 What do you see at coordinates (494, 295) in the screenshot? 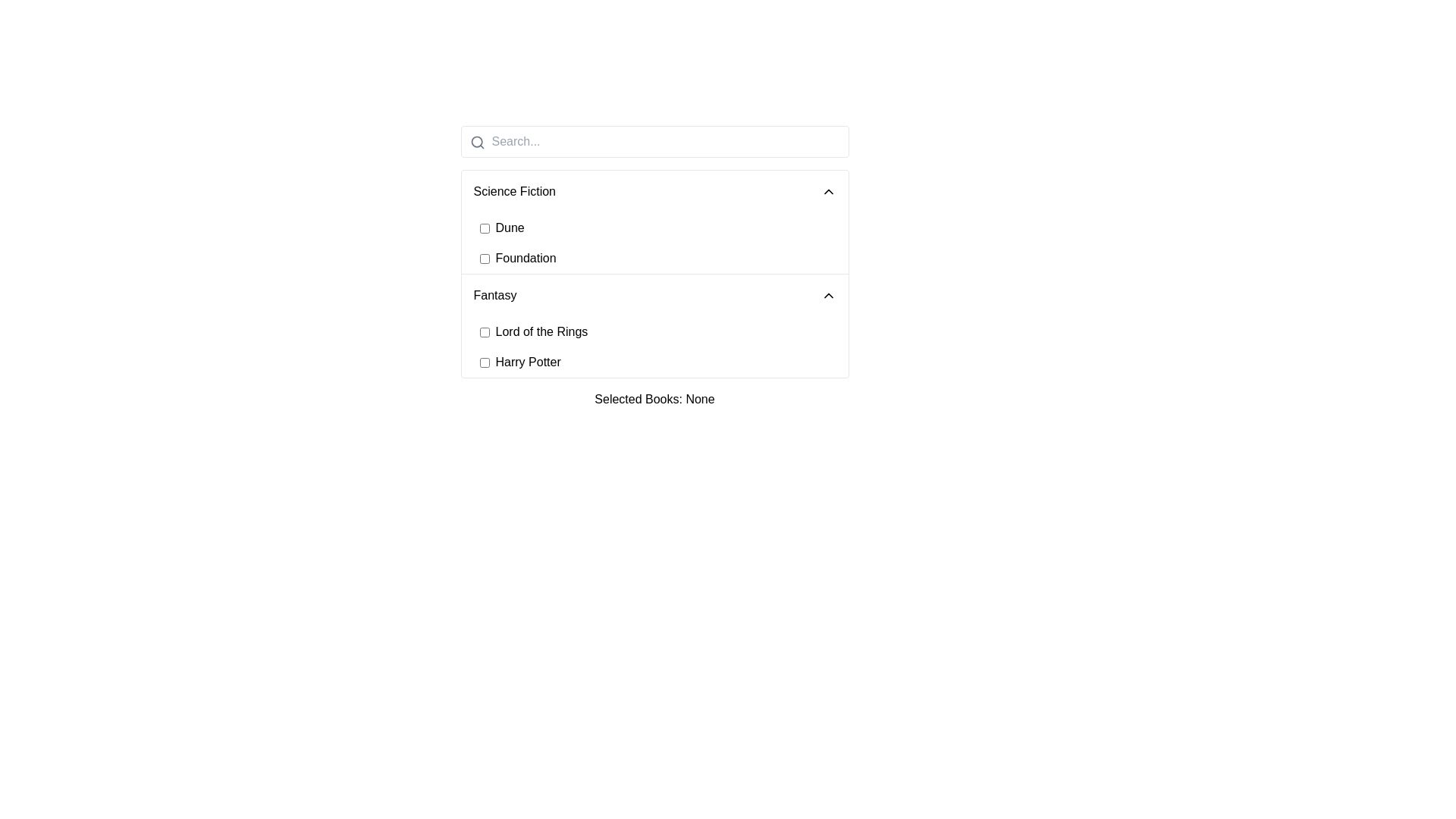
I see `the 'Fantasy' label, which is styled in bold black font and positioned within the dropdown menu section below 'Science Fiction'` at bounding box center [494, 295].